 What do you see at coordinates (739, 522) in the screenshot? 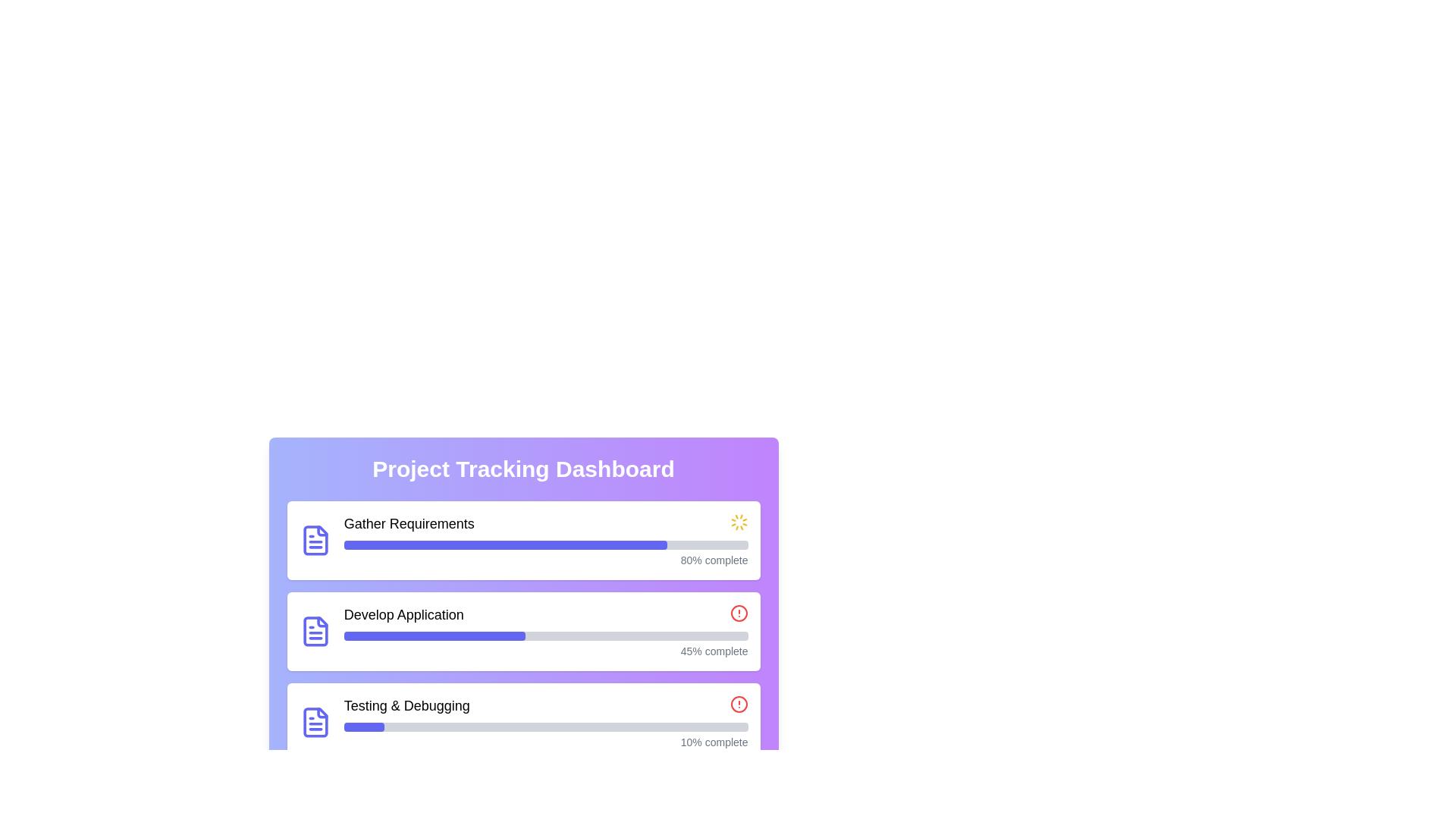
I see `the Loading Indicator (Spinner) located to the right of the 'Gather Requirements' text in the 'Project Tracking Dashboard' UI card to indicate ongoing activity` at bounding box center [739, 522].